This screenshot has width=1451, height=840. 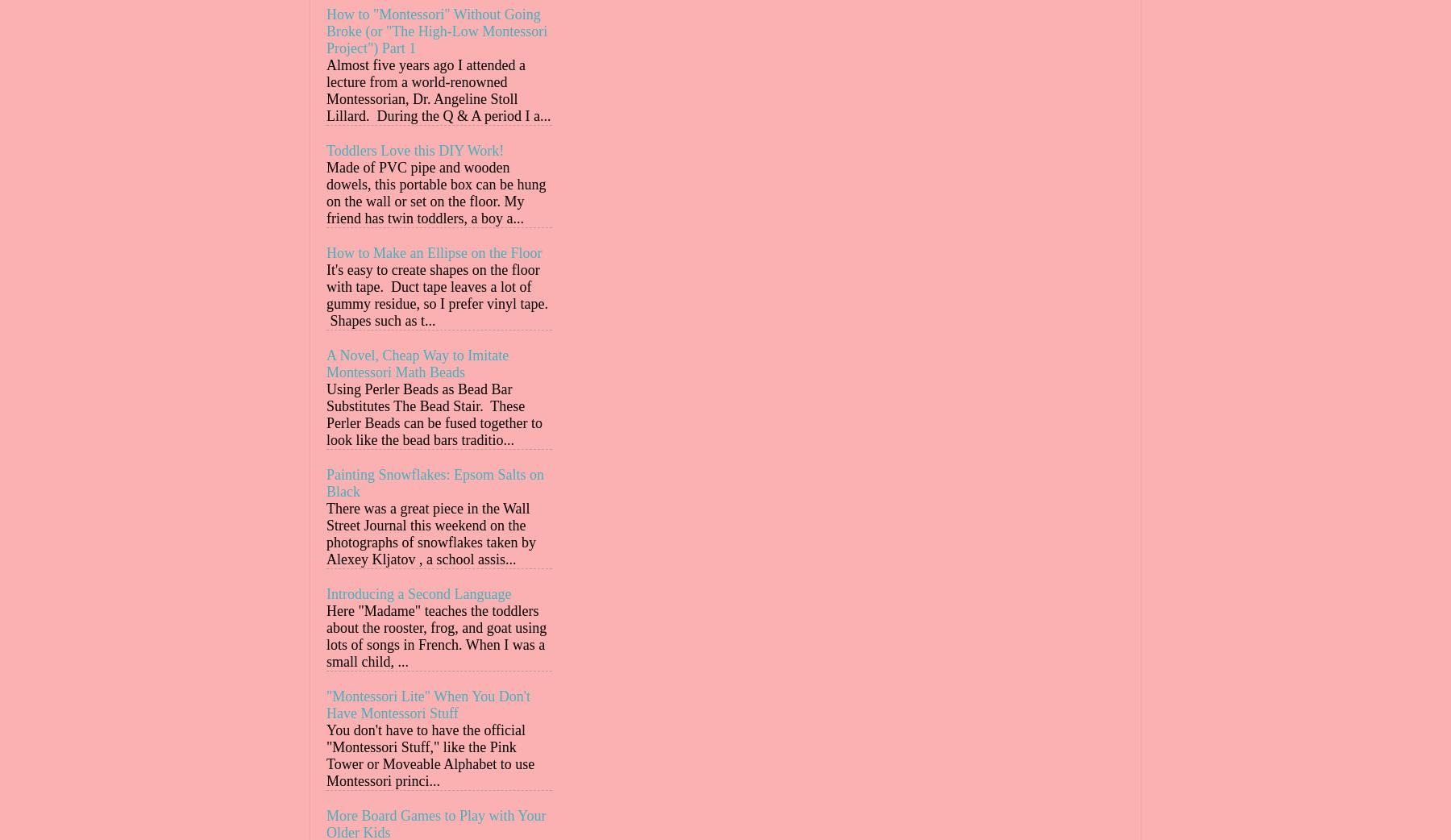 What do you see at coordinates (437, 90) in the screenshot?
I see `'Almost five years ago I attended a lecture from a world-renowned Montessorian, Dr. Angeline Stoll Lillard.  During the Q & A period I a...'` at bounding box center [437, 90].